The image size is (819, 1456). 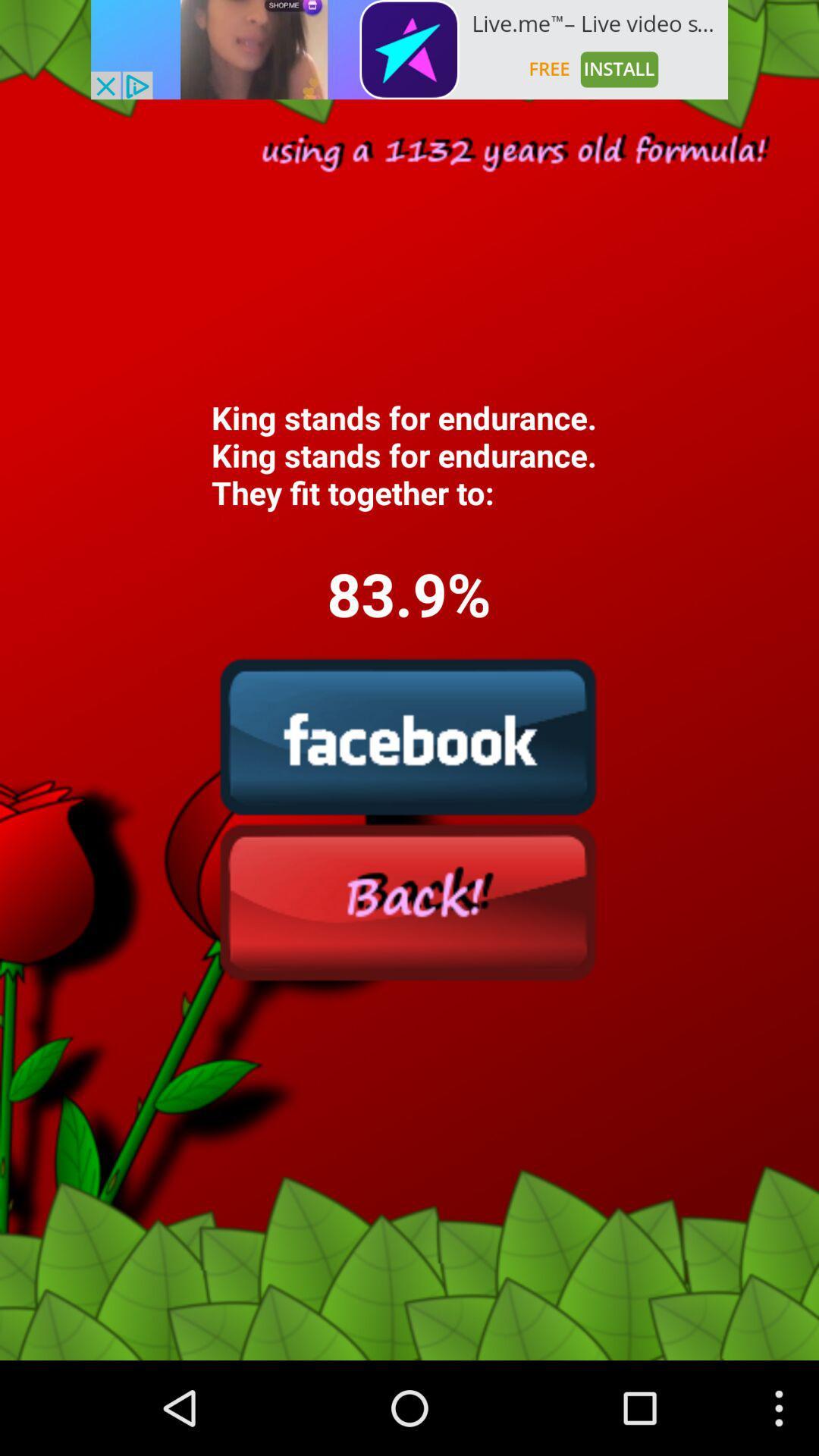 What do you see at coordinates (408, 736) in the screenshot?
I see `share on facebook` at bounding box center [408, 736].